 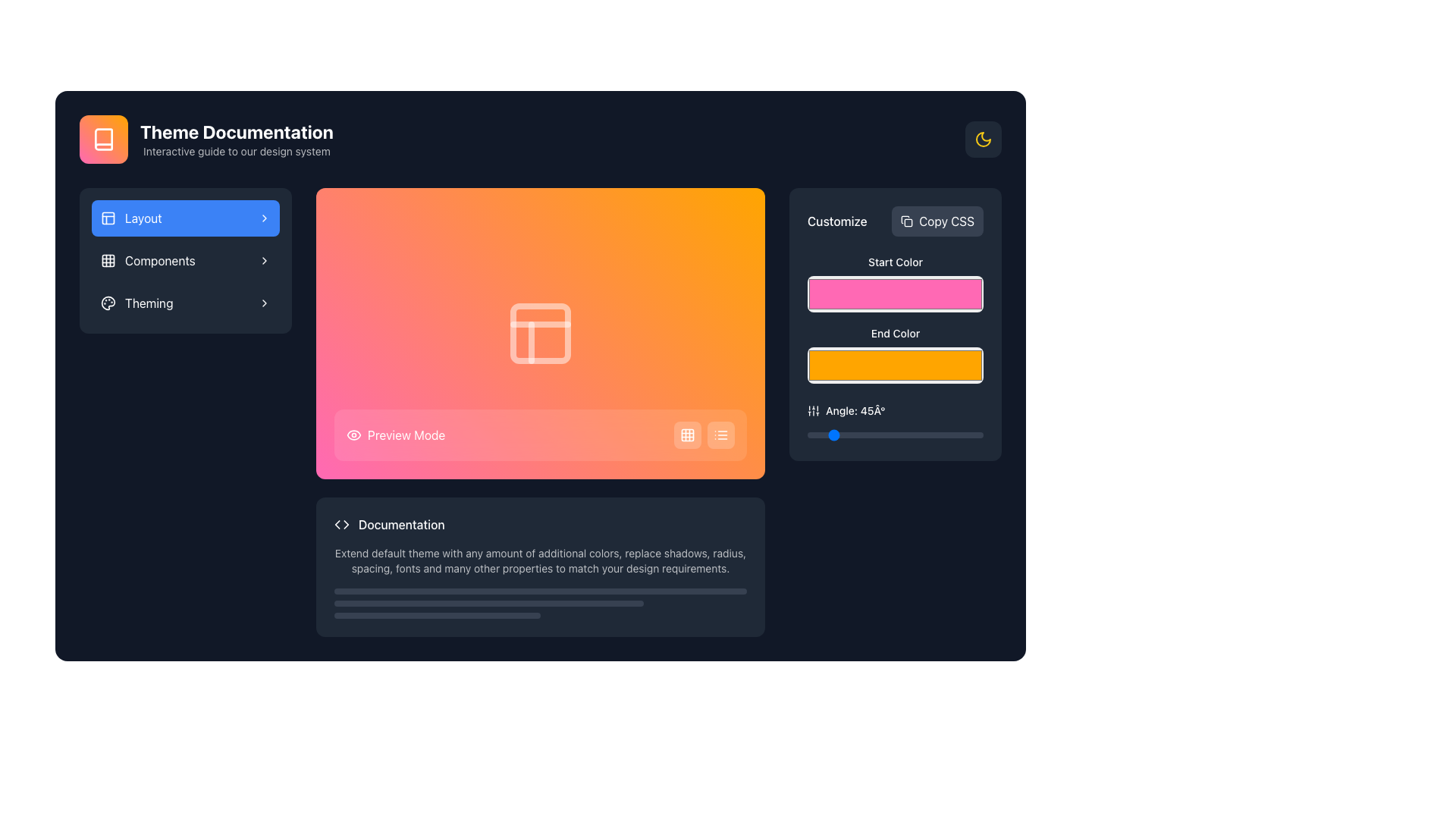 I want to click on the slider value, so click(x=930, y=435).